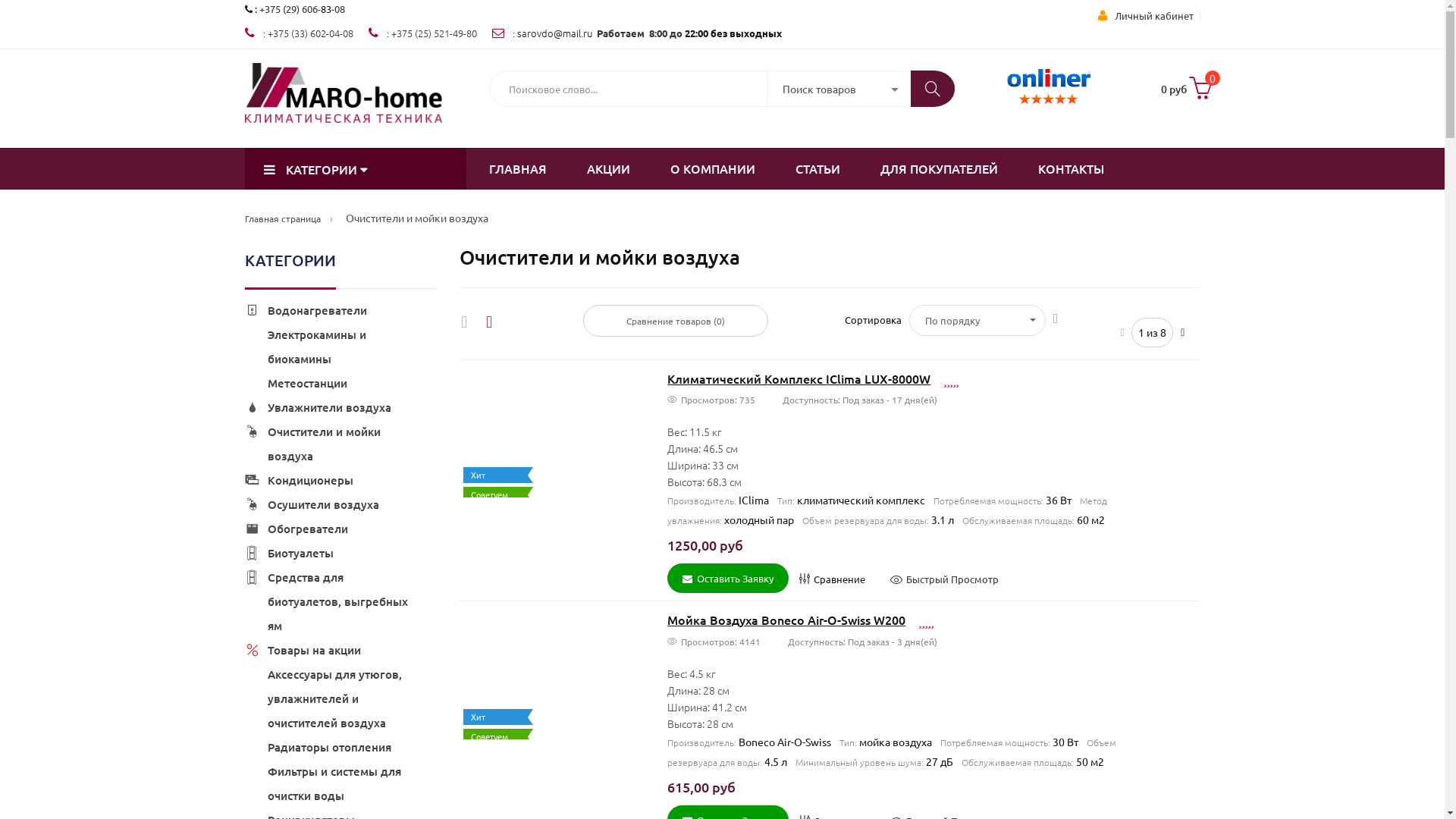 The image size is (1456, 819). Describe the element at coordinates (433, 33) in the screenshot. I see `'+375 (25) 521-49-80'` at that location.